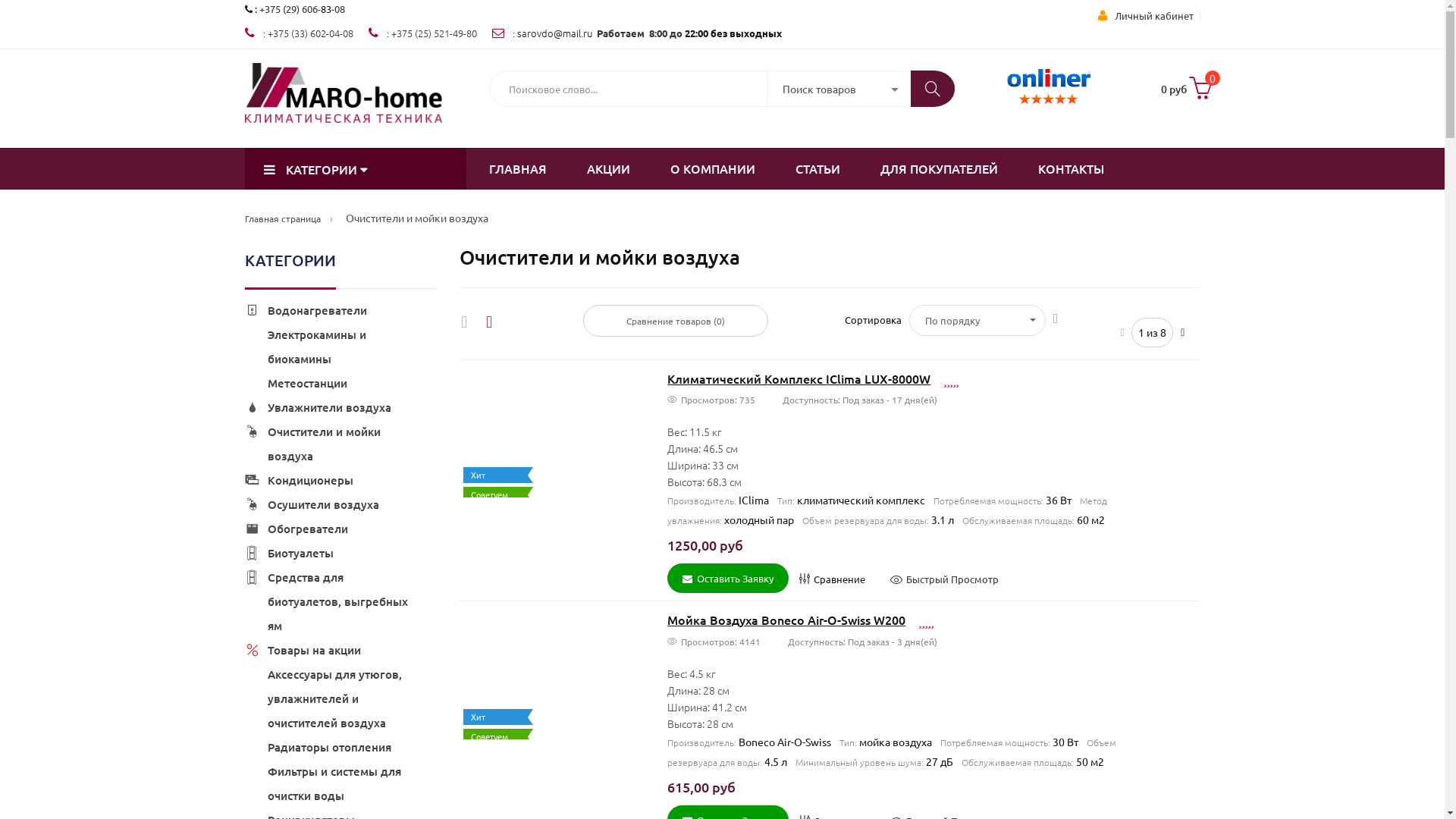 The image size is (1456, 819). Describe the element at coordinates (433, 33) in the screenshot. I see `'+375 (25) 521-49-80'` at that location.